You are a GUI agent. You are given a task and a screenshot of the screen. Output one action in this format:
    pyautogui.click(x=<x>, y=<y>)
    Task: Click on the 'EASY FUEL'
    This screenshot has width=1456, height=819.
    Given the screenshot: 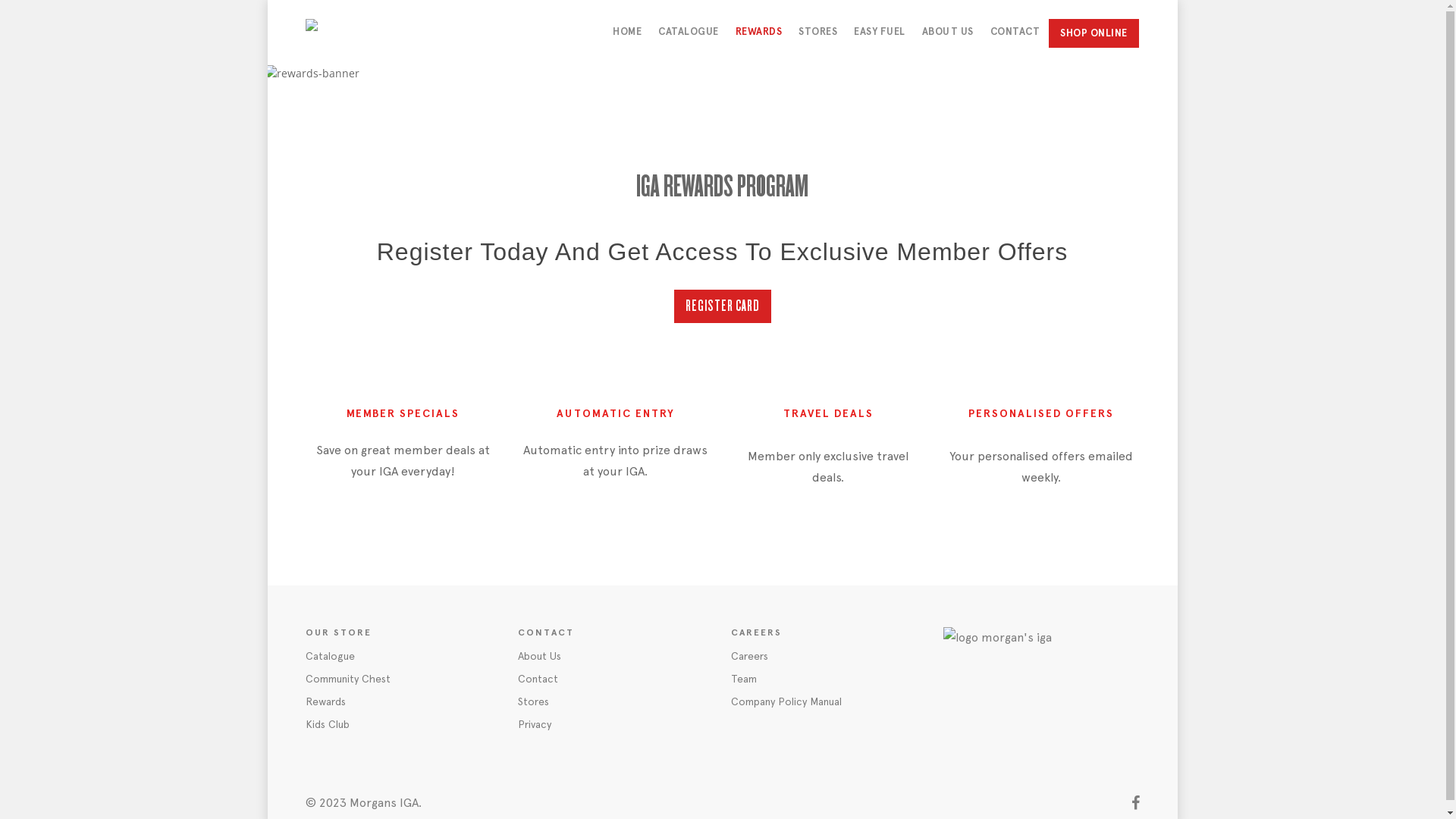 What is the action you would take?
    pyautogui.click(x=880, y=40)
    